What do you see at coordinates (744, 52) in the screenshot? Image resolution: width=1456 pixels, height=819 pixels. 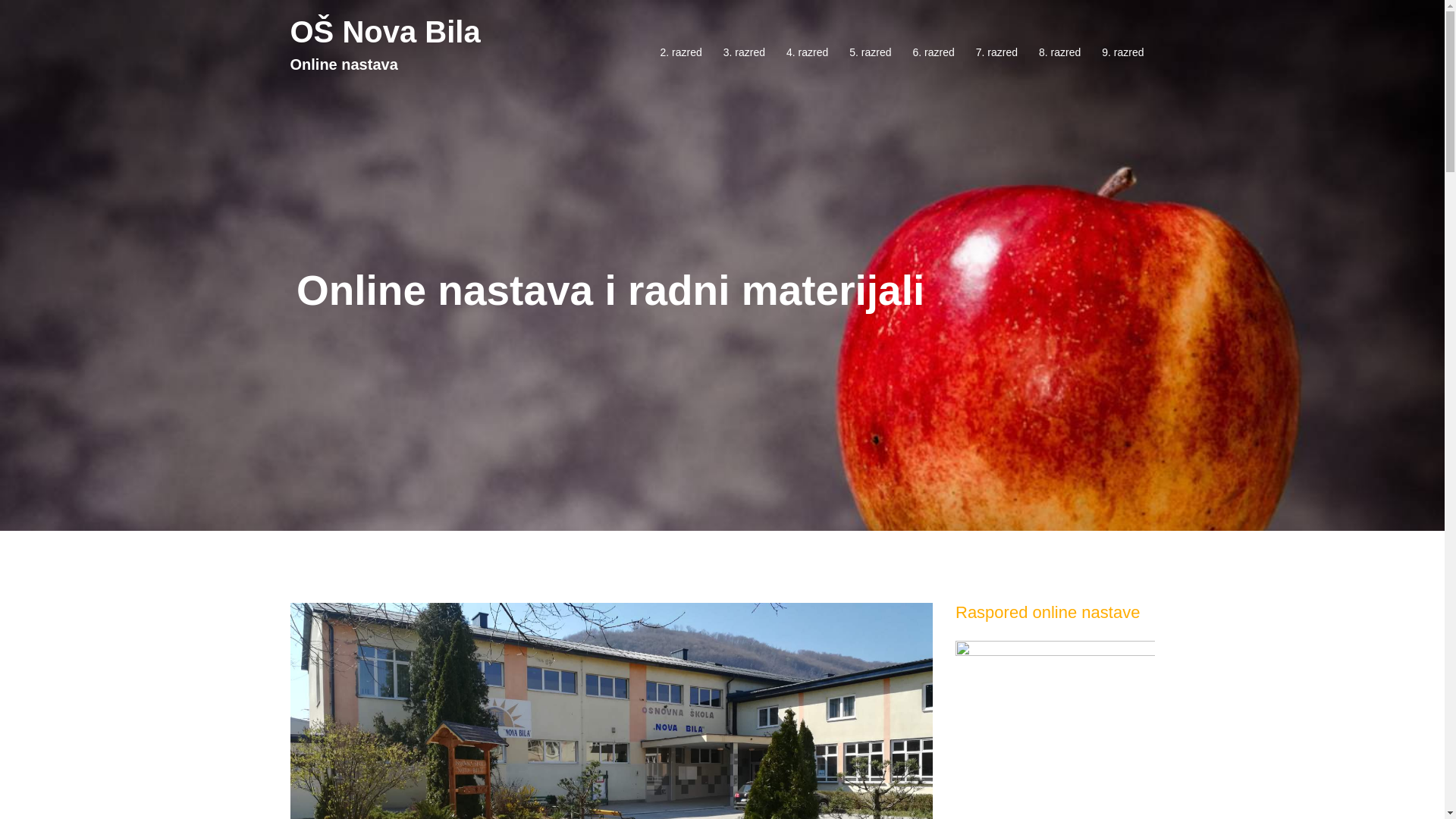 I see `'3. razred'` at bounding box center [744, 52].